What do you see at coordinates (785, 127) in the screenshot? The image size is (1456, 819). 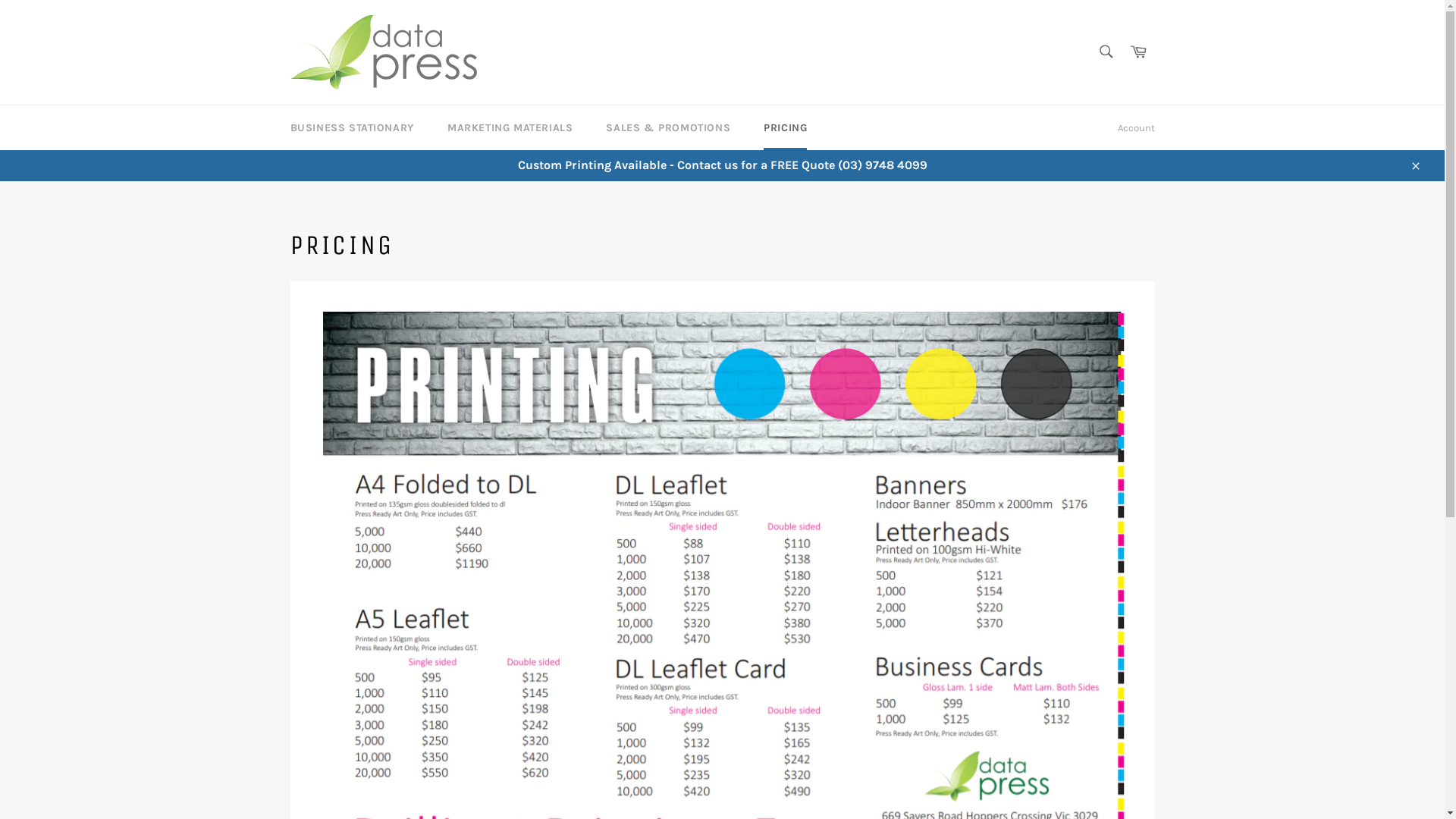 I see `'PRICING'` at bounding box center [785, 127].